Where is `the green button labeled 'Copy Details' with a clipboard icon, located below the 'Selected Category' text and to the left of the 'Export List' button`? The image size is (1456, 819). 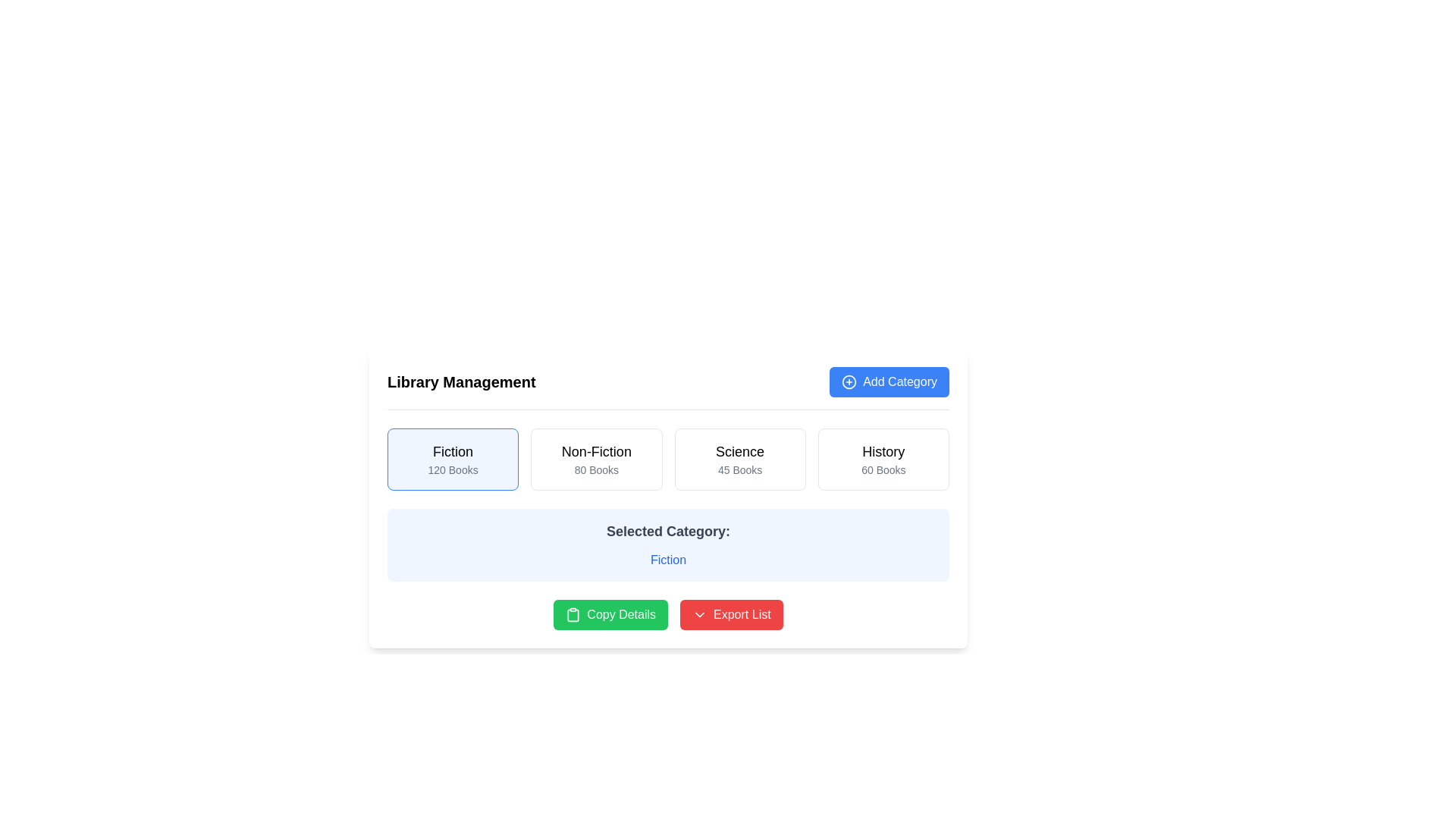 the green button labeled 'Copy Details' with a clipboard icon, located below the 'Selected Category' text and to the left of the 'Export List' button is located at coordinates (610, 614).